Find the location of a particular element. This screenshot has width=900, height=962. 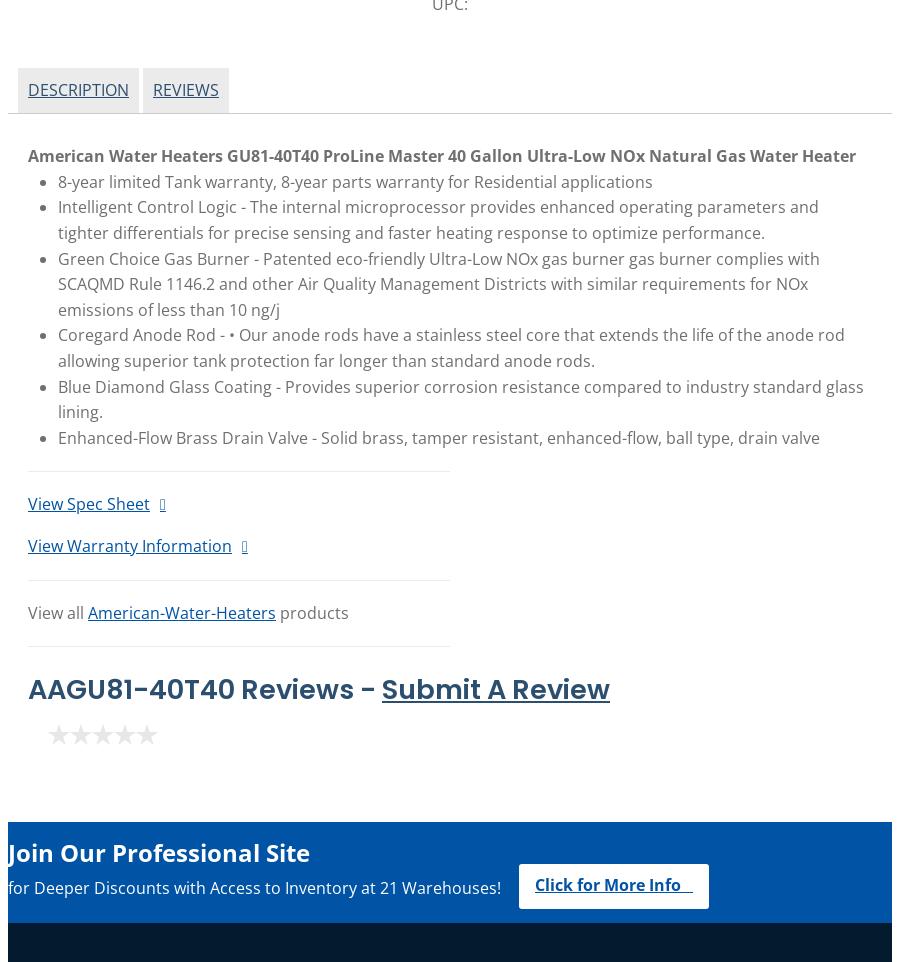

'View Warranty Information' is located at coordinates (129, 544).